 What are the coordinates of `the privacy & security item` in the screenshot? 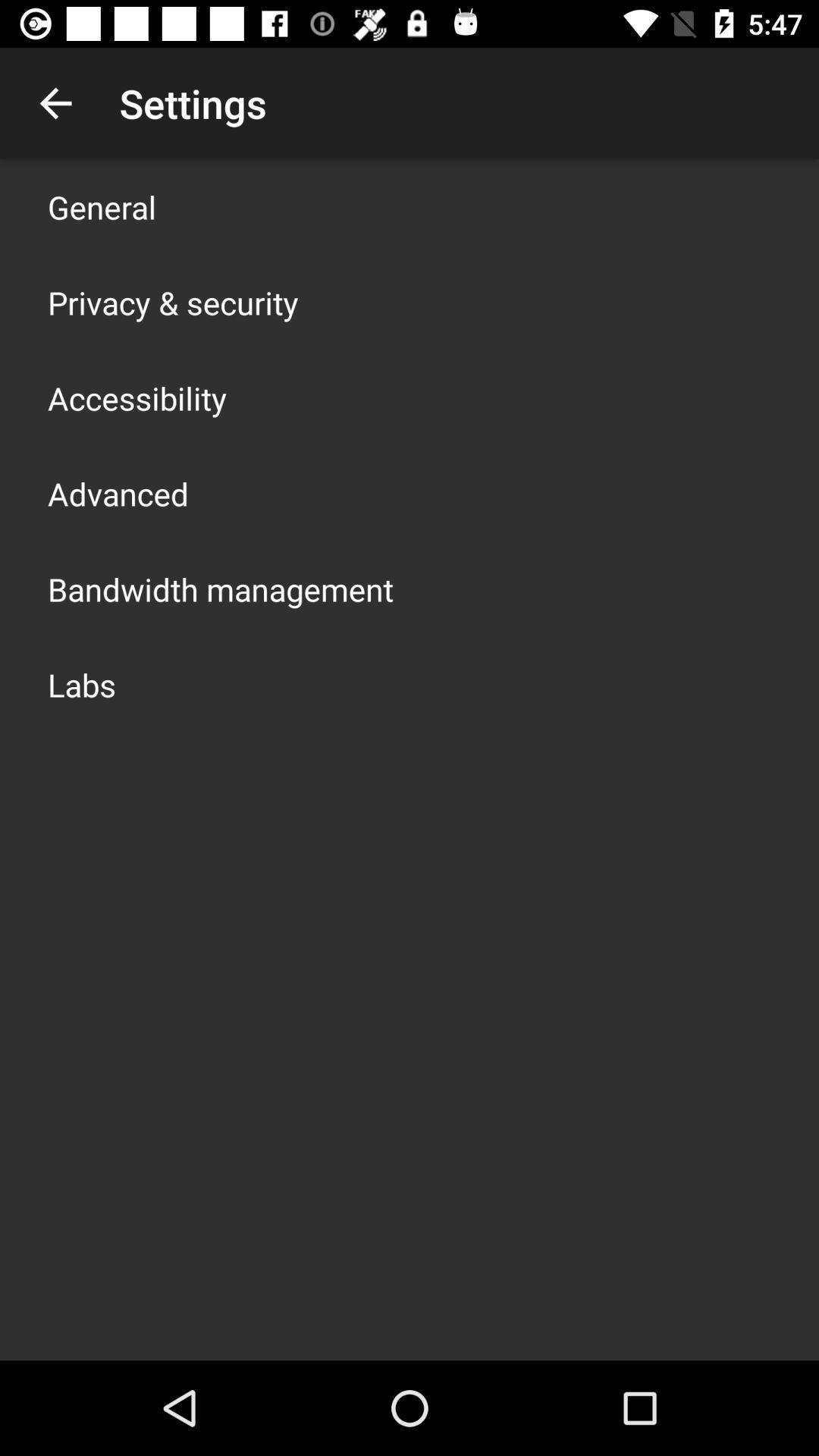 It's located at (172, 302).